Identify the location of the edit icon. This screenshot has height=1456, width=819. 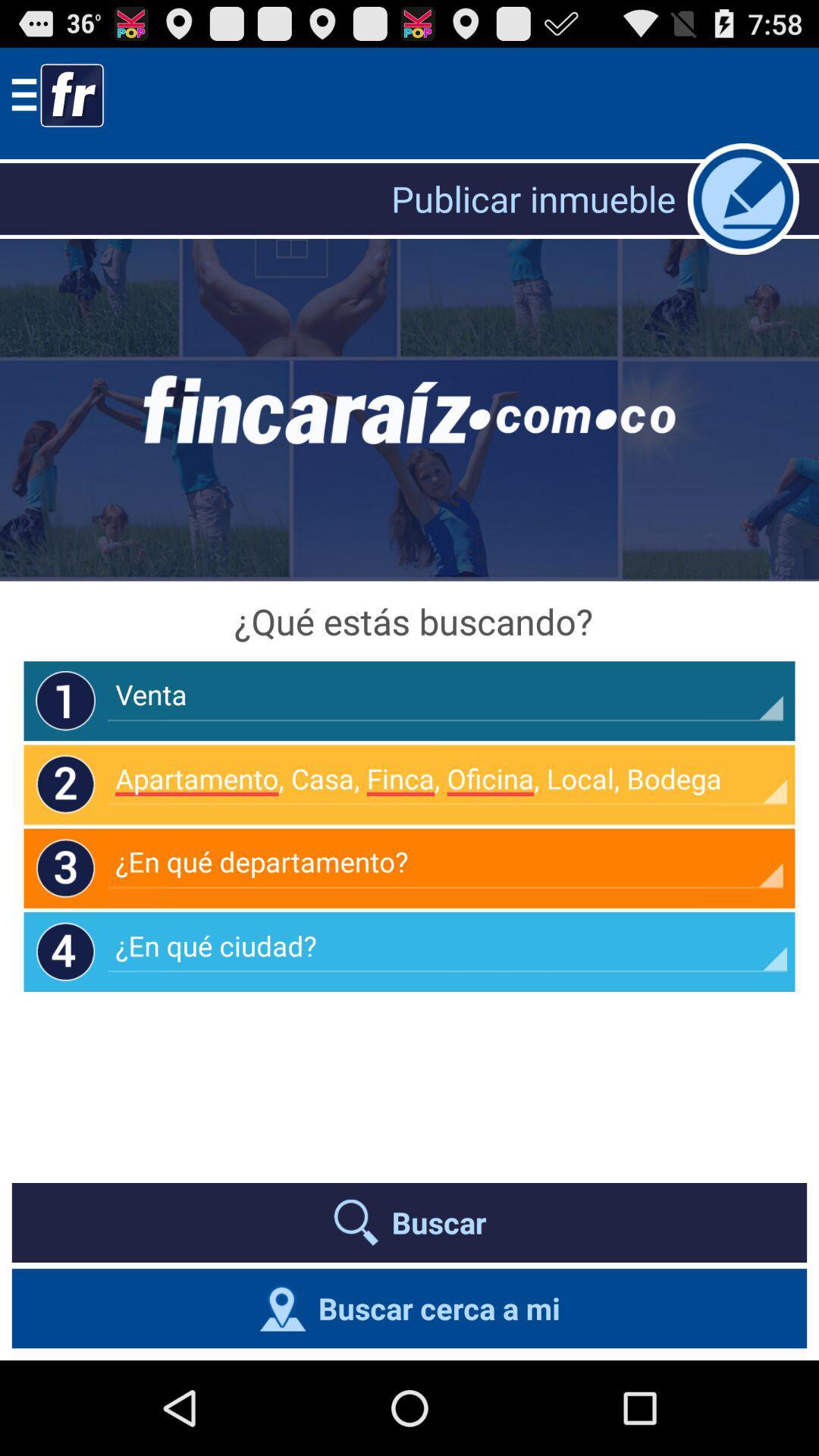
(742, 212).